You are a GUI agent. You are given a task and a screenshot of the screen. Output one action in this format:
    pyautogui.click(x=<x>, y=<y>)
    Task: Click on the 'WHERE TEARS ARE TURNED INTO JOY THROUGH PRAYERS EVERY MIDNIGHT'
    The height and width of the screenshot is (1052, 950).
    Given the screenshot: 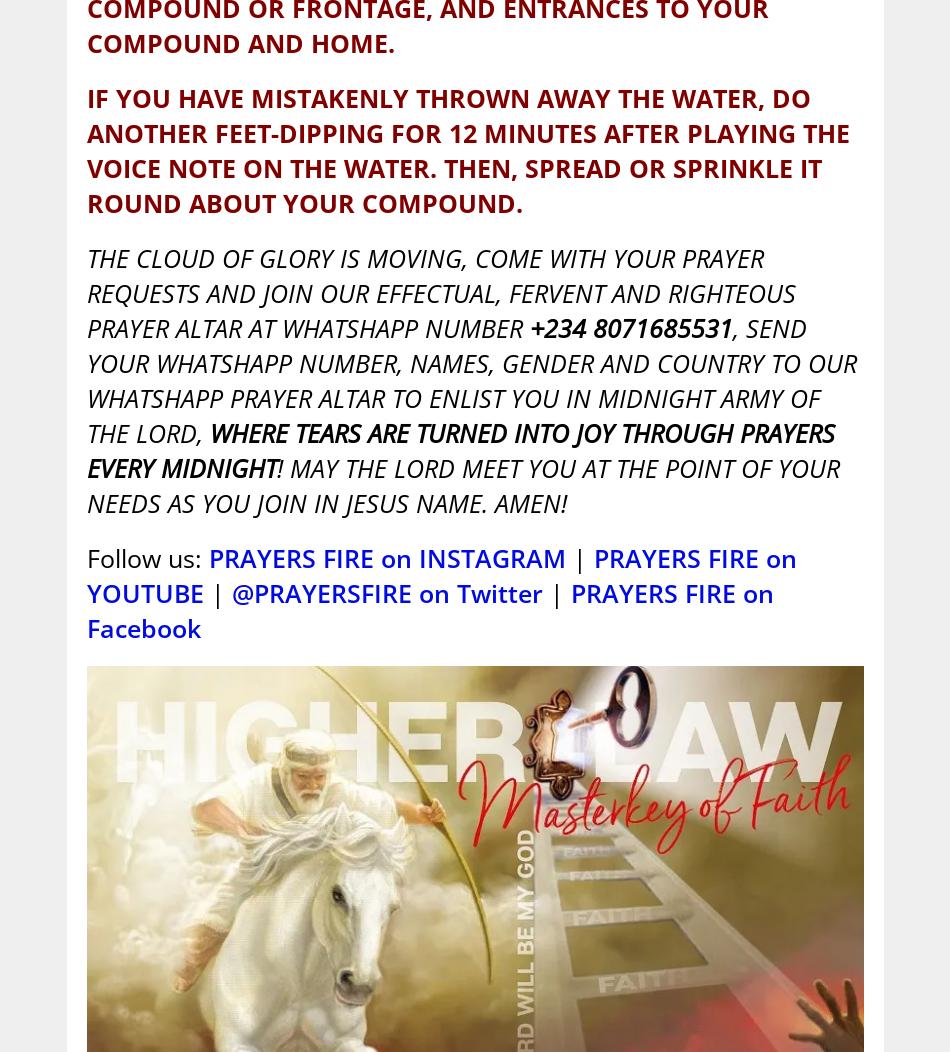 What is the action you would take?
    pyautogui.click(x=458, y=450)
    